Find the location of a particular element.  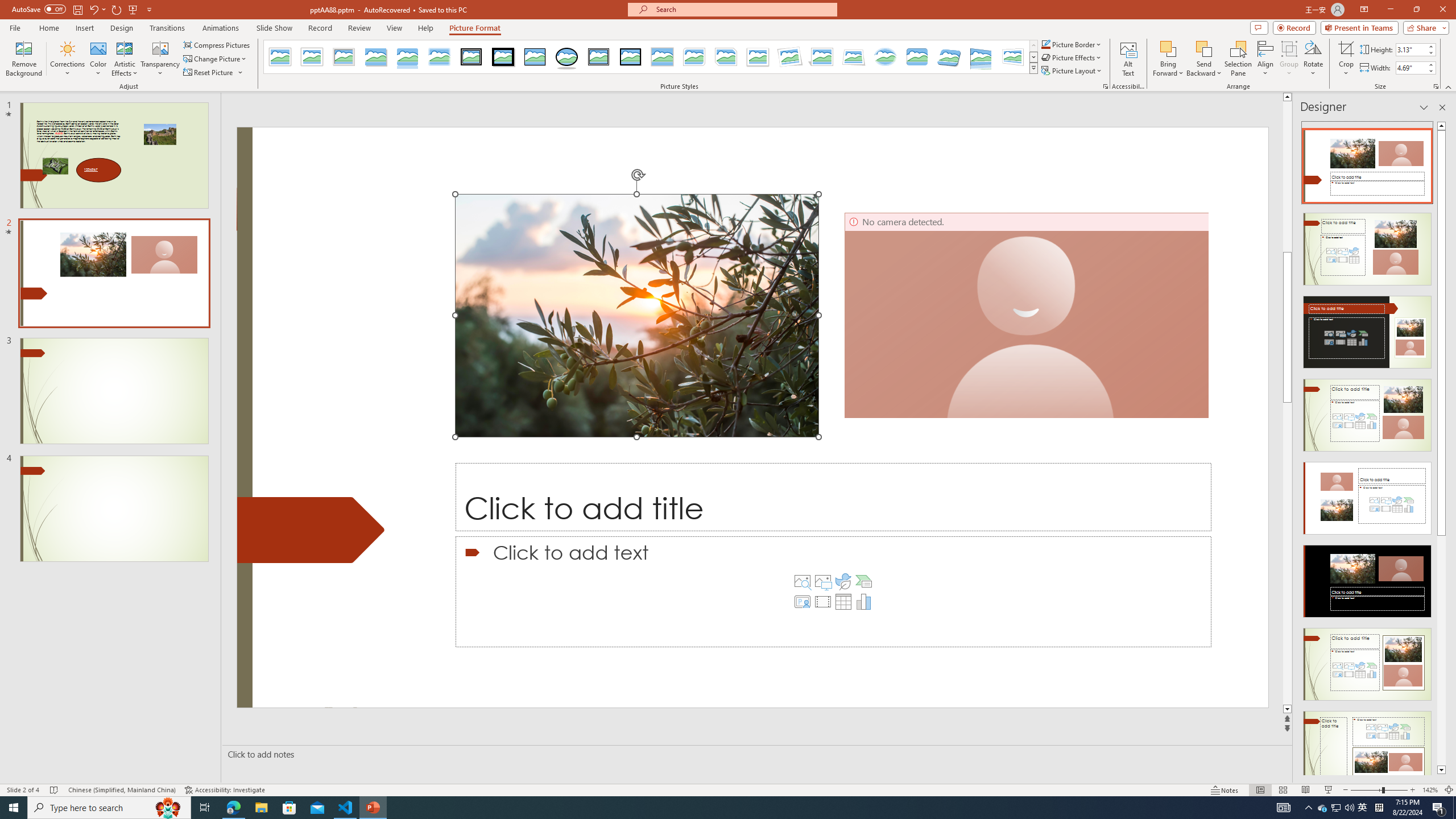

'Size and Position...' is located at coordinates (1435, 85).